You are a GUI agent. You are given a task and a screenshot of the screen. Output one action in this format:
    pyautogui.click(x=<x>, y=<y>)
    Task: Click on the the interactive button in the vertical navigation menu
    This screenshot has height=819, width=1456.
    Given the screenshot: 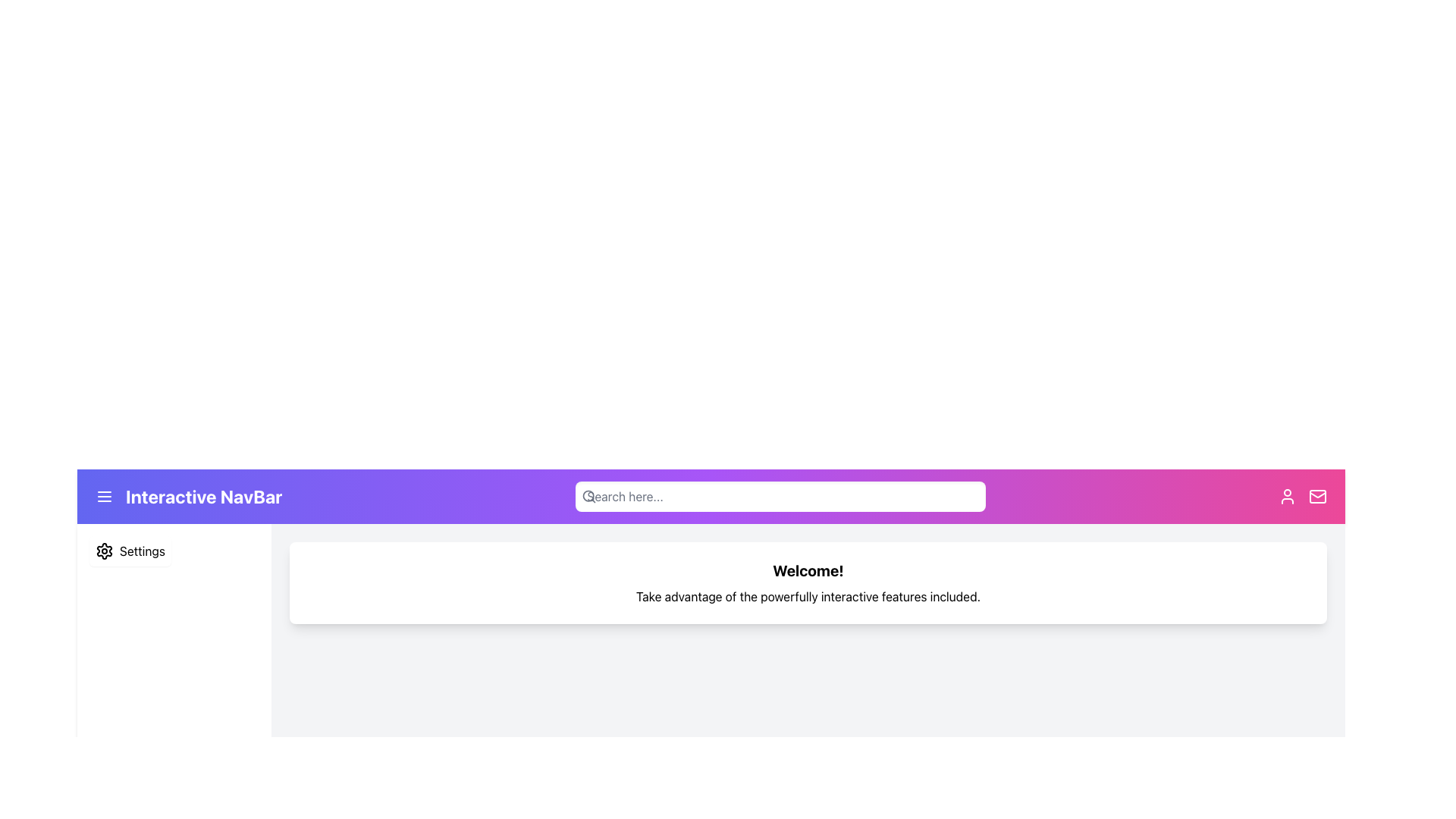 What is the action you would take?
    pyautogui.click(x=174, y=551)
    